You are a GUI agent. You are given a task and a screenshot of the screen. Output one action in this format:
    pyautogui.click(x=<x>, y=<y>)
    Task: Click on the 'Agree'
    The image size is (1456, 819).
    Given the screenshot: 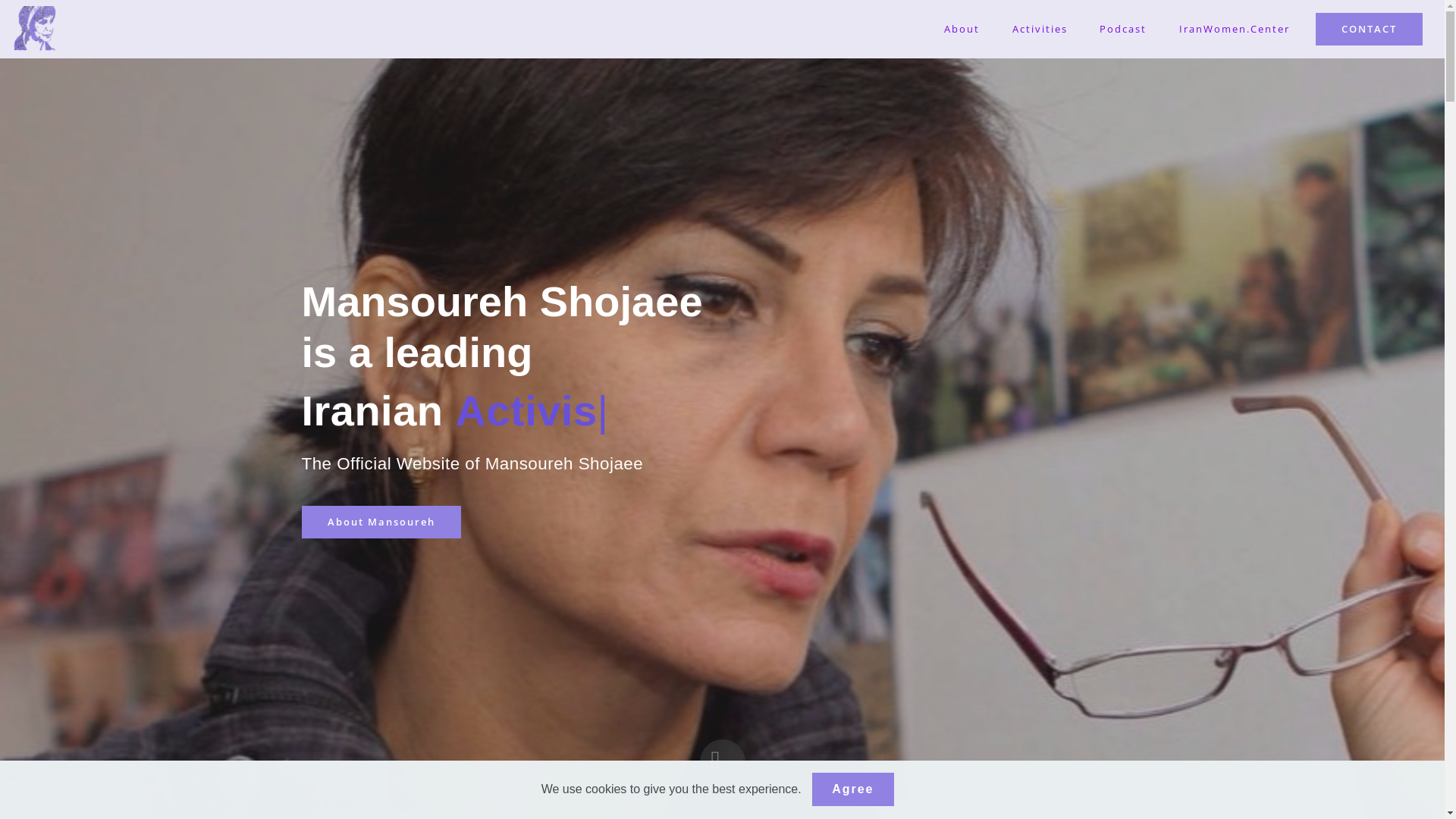 What is the action you would take?
    pyautogui.click(x=852, y=789)
    